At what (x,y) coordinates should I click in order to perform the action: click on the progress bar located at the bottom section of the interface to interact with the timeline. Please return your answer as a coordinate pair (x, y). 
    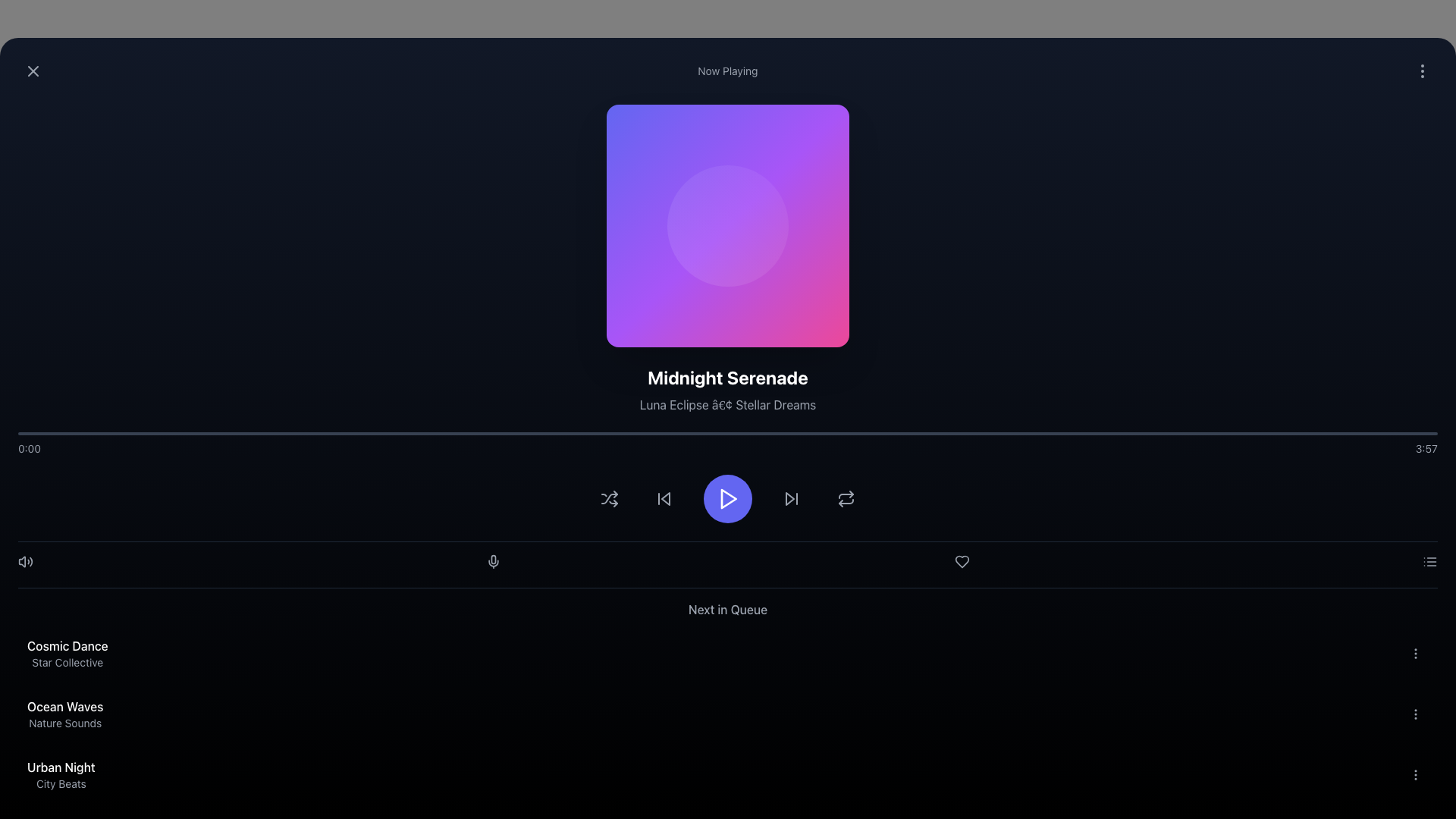
    Looking at the image, I should click on (728, 433).